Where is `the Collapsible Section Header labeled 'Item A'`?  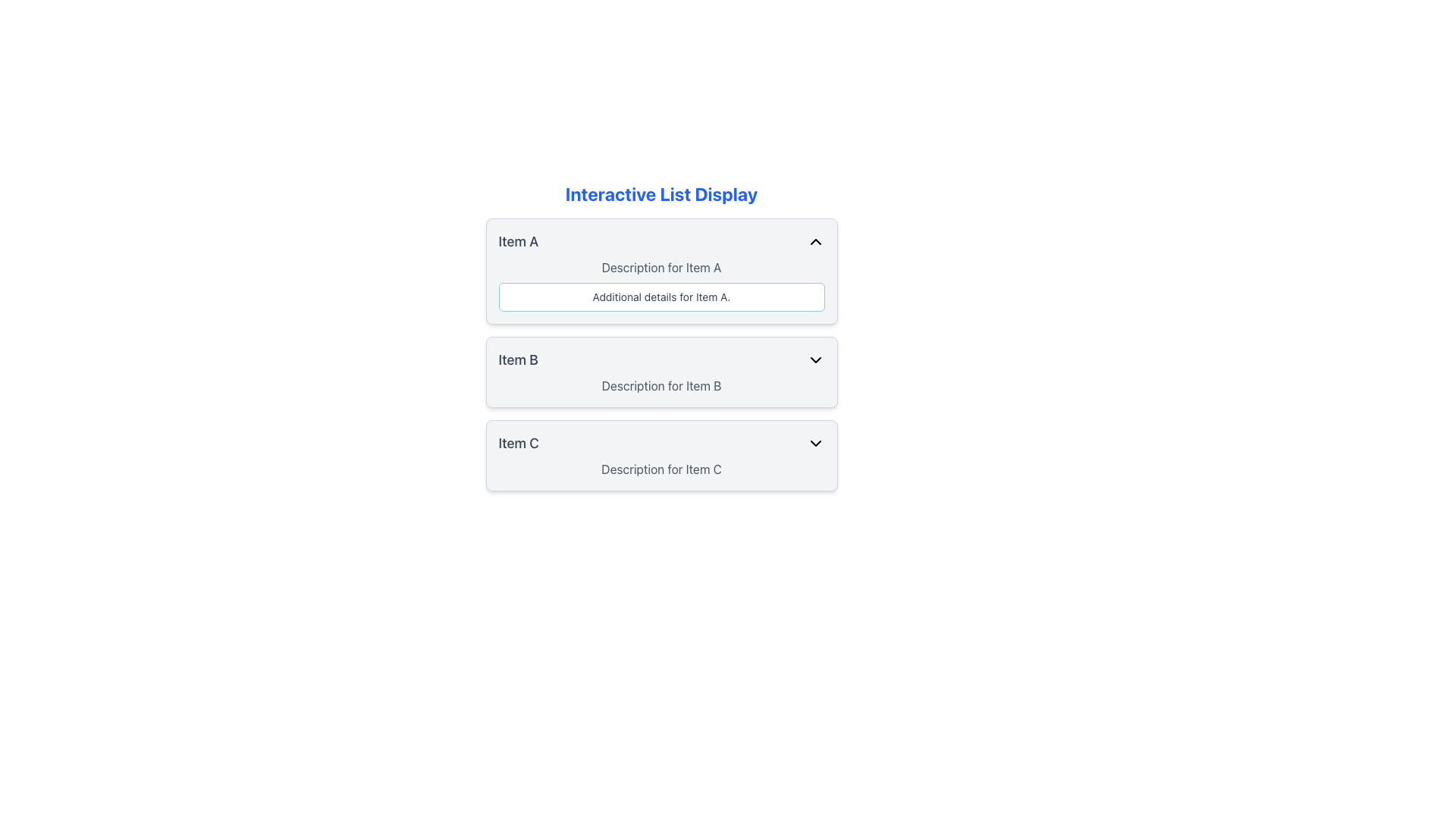
the Collapsible Section Header labeled 'Item A' is located at coordinates (661, 241).